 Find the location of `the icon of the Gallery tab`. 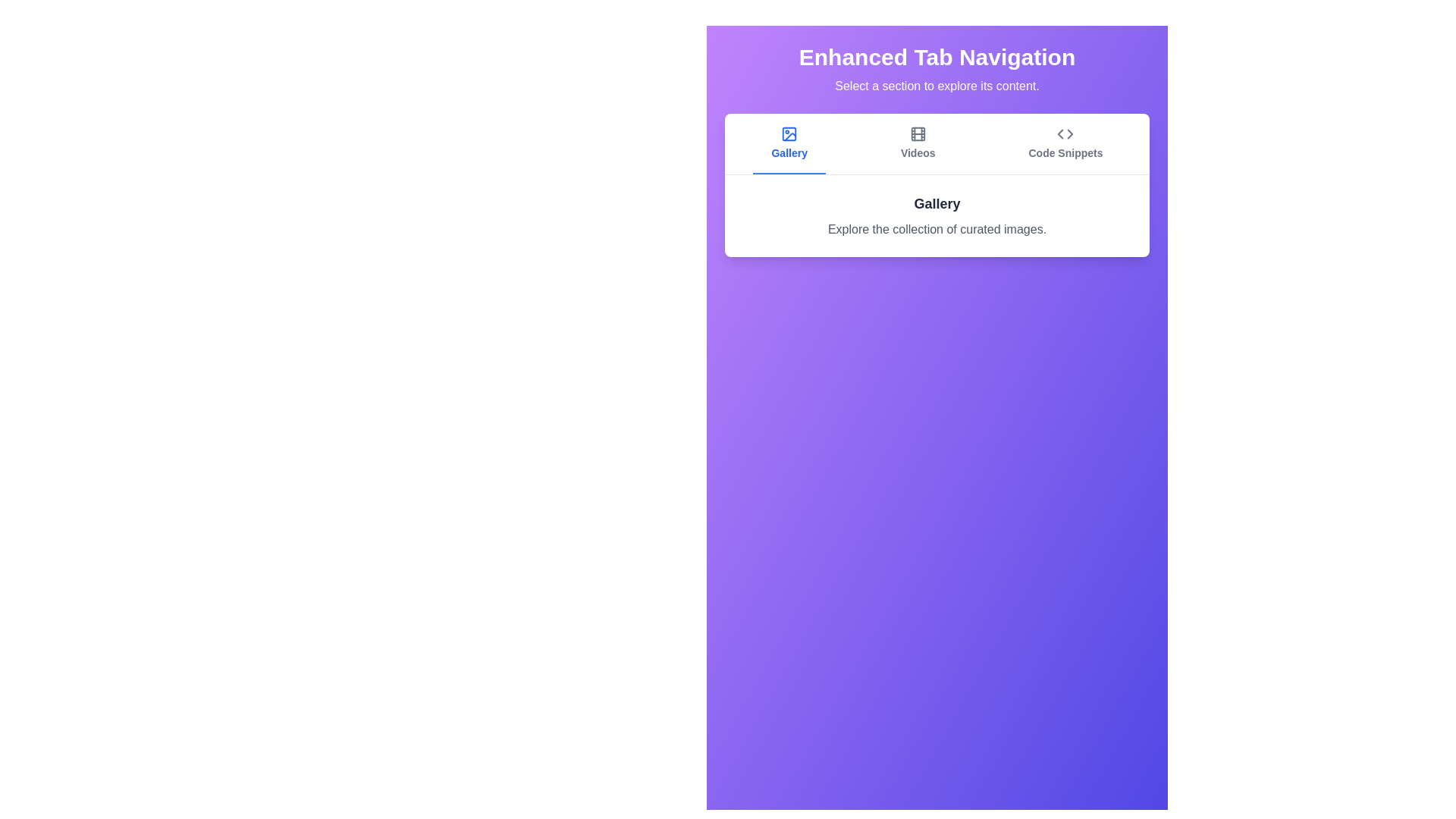

the icon of the Gallery tab is located at coordinates (789, 133).